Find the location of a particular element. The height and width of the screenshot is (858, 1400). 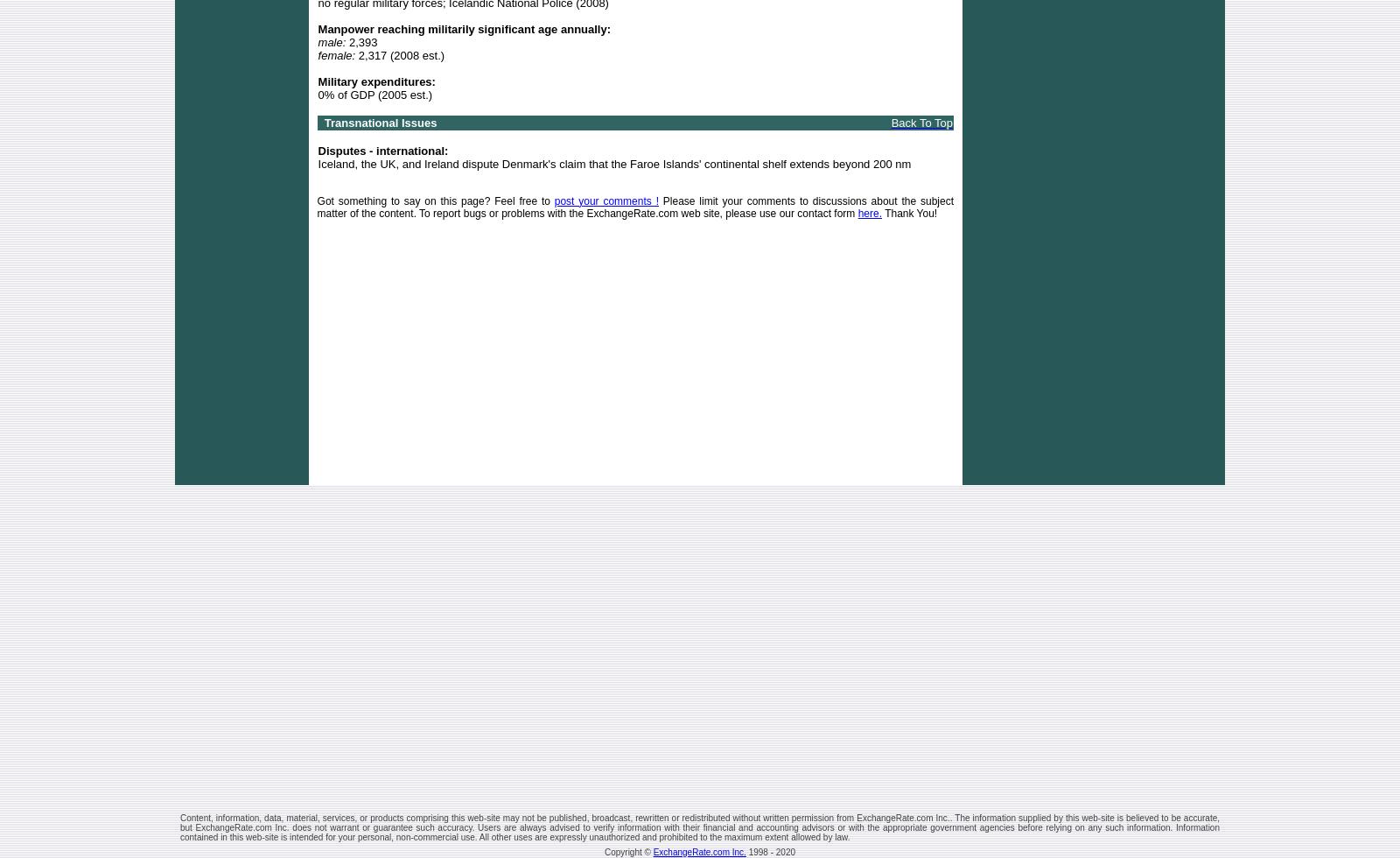

'Thank You!' is located at coordinates (909, 213).